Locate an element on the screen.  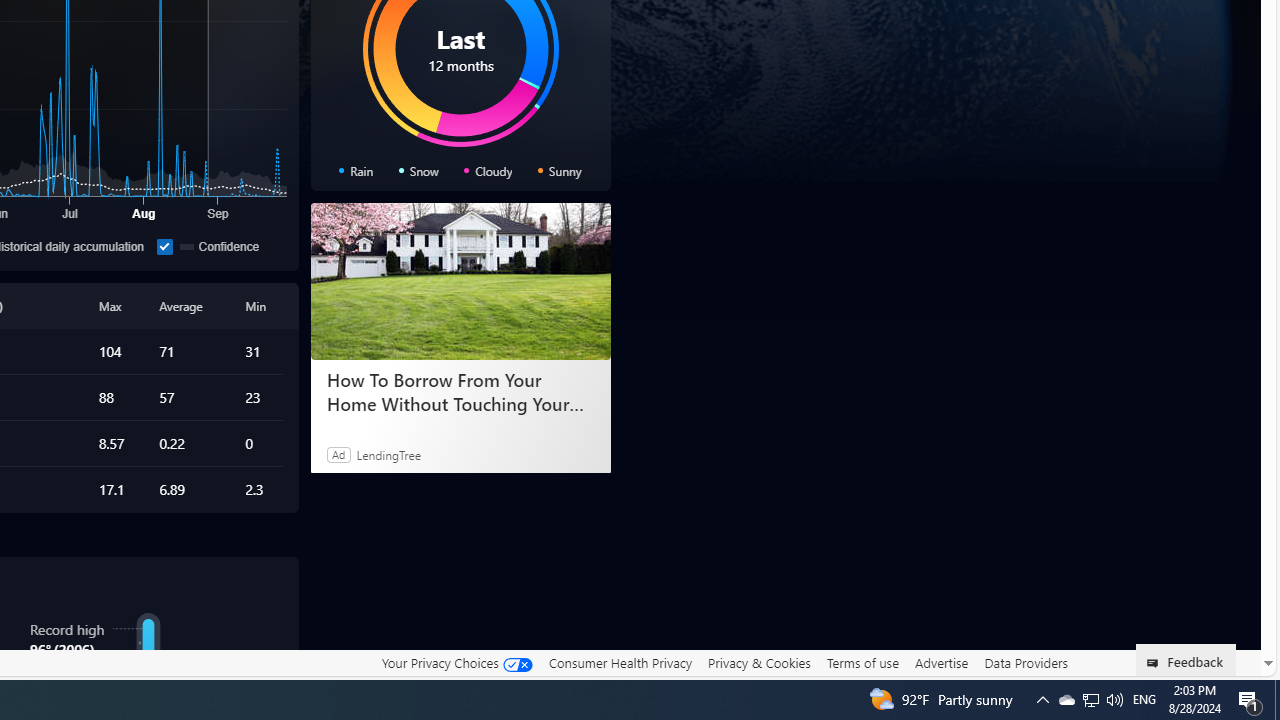
'Data Providers' is located at coordinates (1025, 662).